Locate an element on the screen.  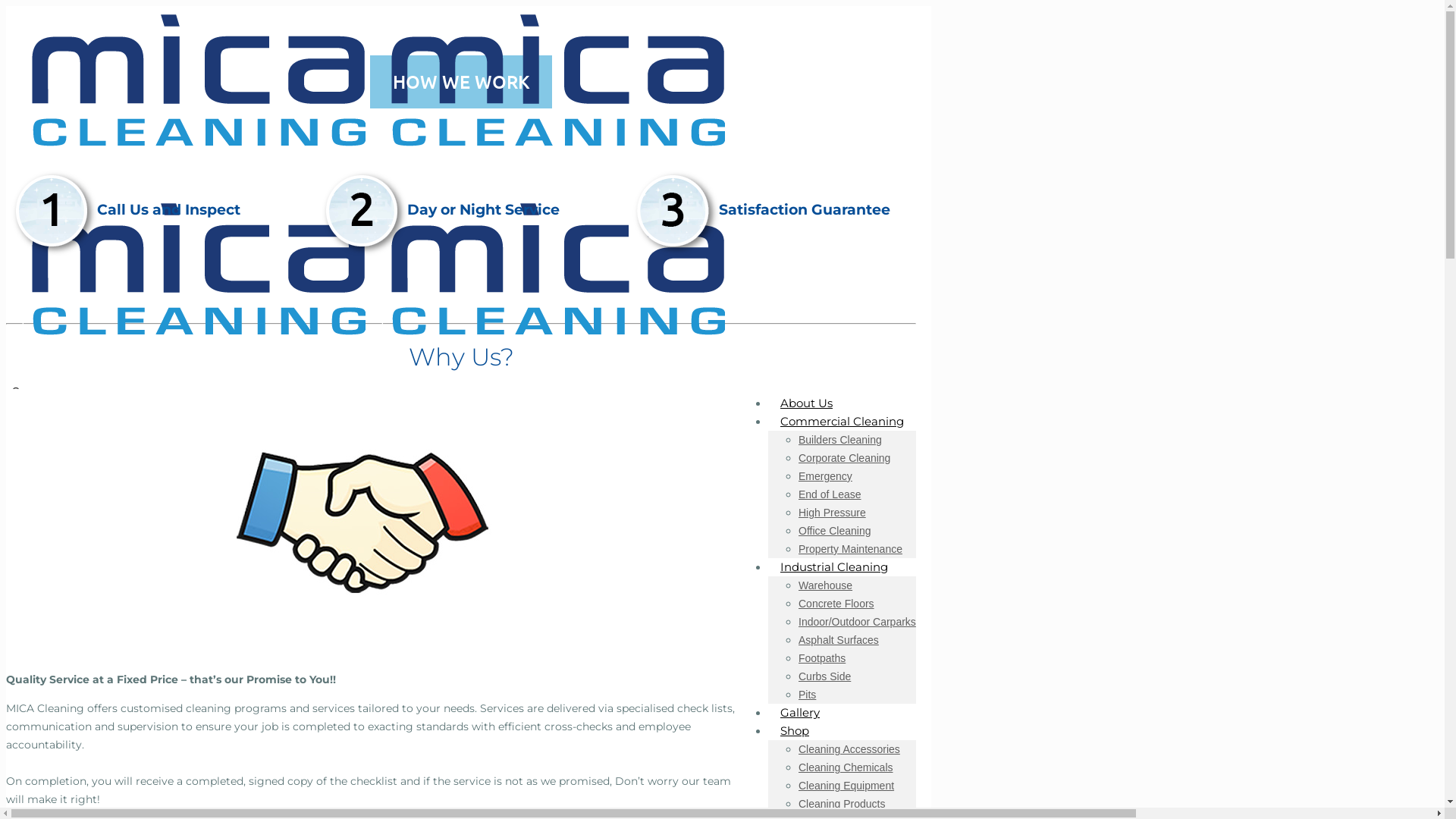
'High Pressure' is located at coordinates (831, 512).